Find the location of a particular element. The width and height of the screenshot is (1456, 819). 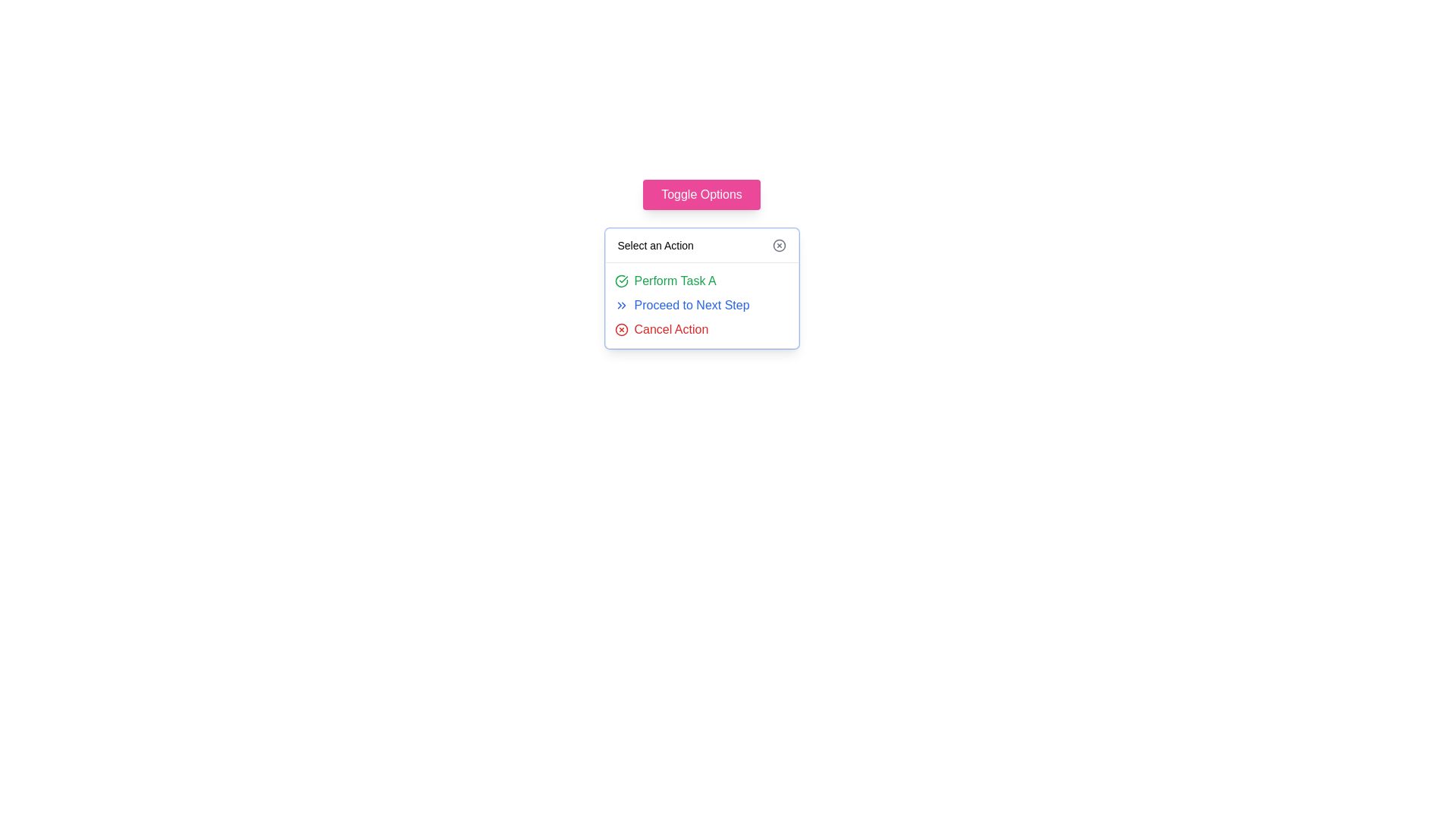

the Text button with an icon, which is the third entry in the list below 'Perform Task A' and 'Proceed to Next Step', to observe the hover effect is located at coordinates (701, 329).